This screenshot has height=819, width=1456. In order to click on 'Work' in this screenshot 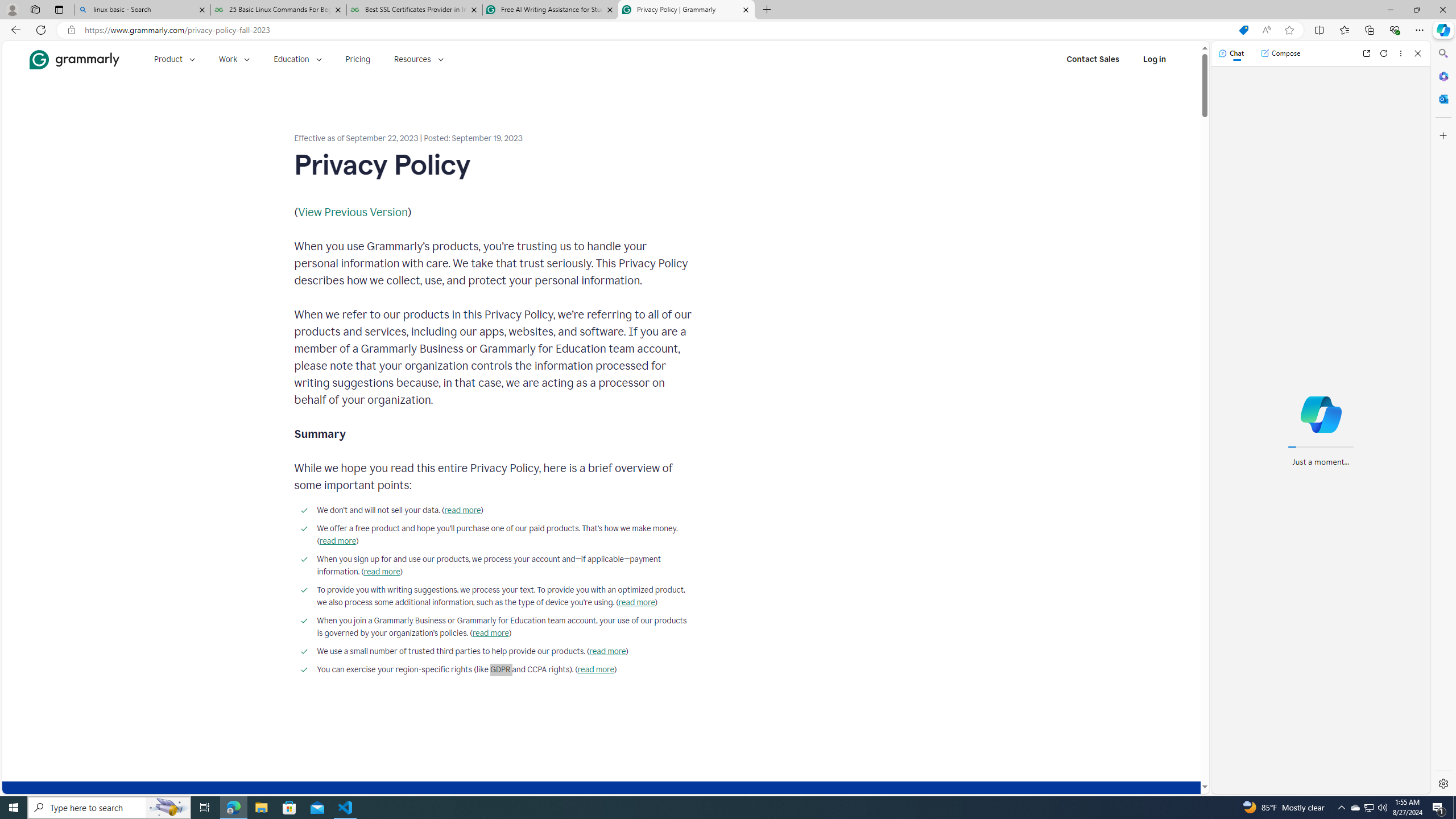, I will do `click(234, 59)`.